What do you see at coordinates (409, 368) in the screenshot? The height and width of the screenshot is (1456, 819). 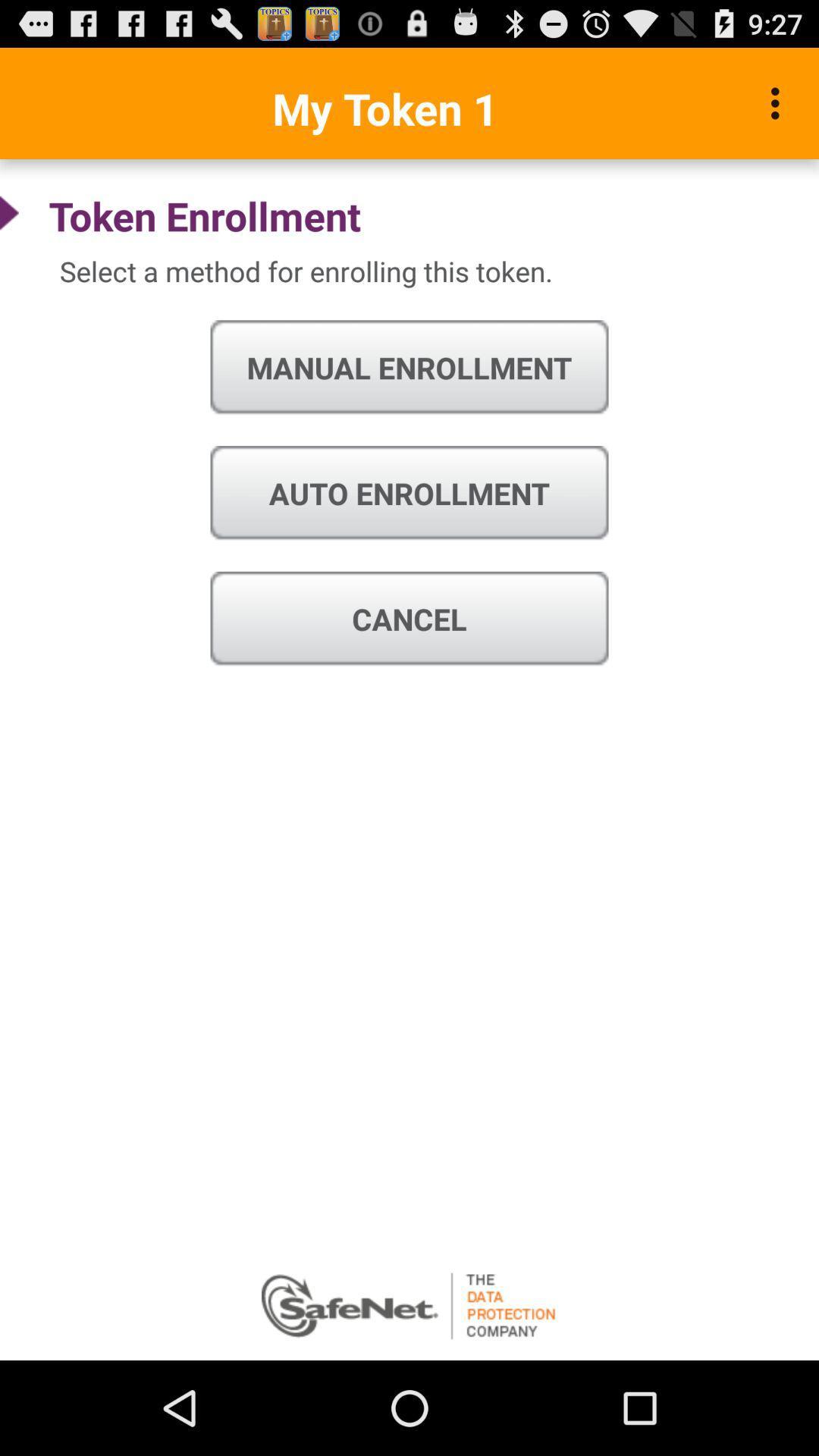 I see `manual enrollment item` at bounding box center [409, 368].